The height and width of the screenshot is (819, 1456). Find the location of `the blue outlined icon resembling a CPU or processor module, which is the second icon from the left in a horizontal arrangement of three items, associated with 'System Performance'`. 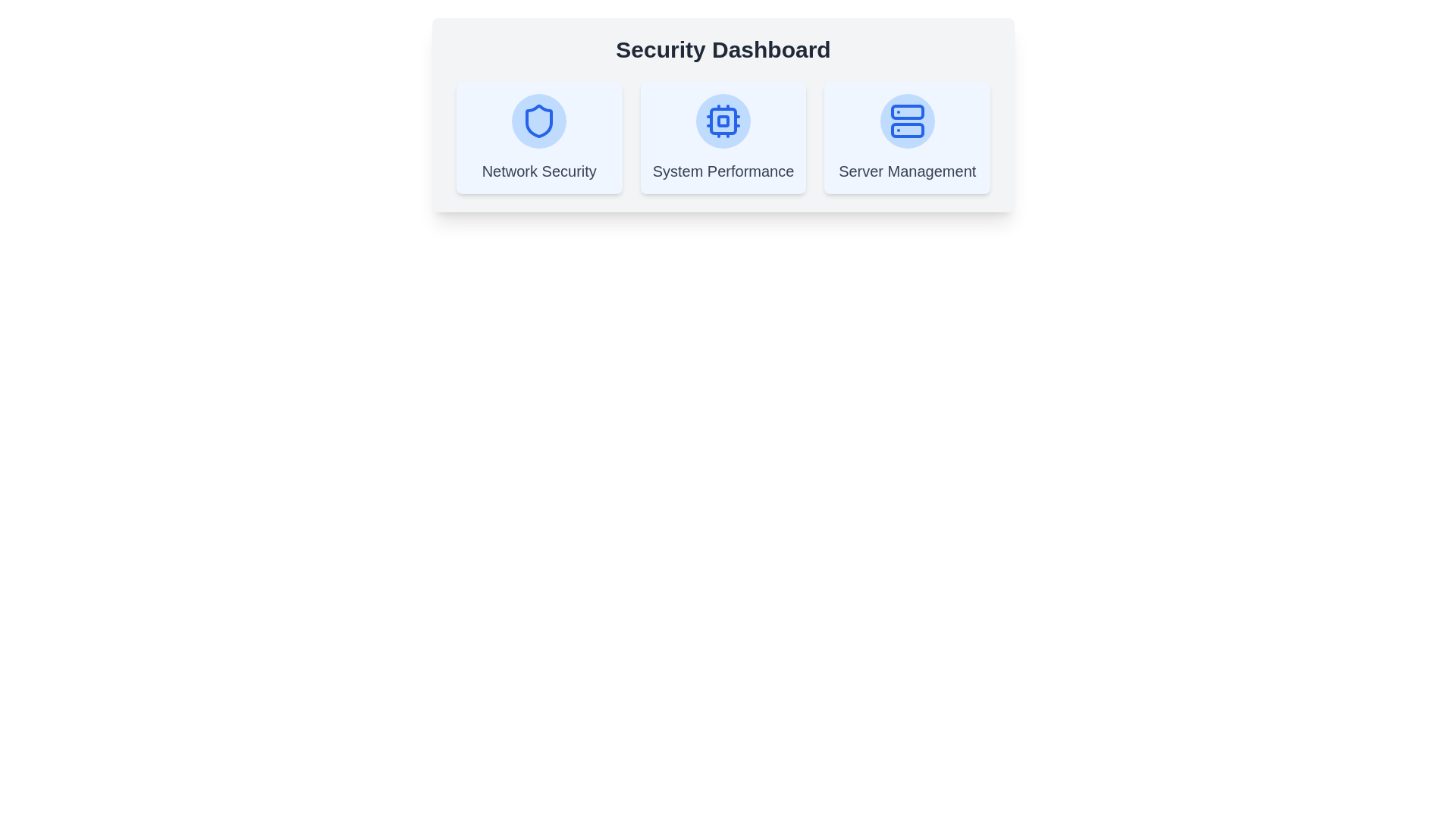

the blue outlined icon resembling a CPU or processor module, which is the second icon from the left in a horizontal arrangement of three items, associated with 'System Performance' is located at coordinates (723, 120).